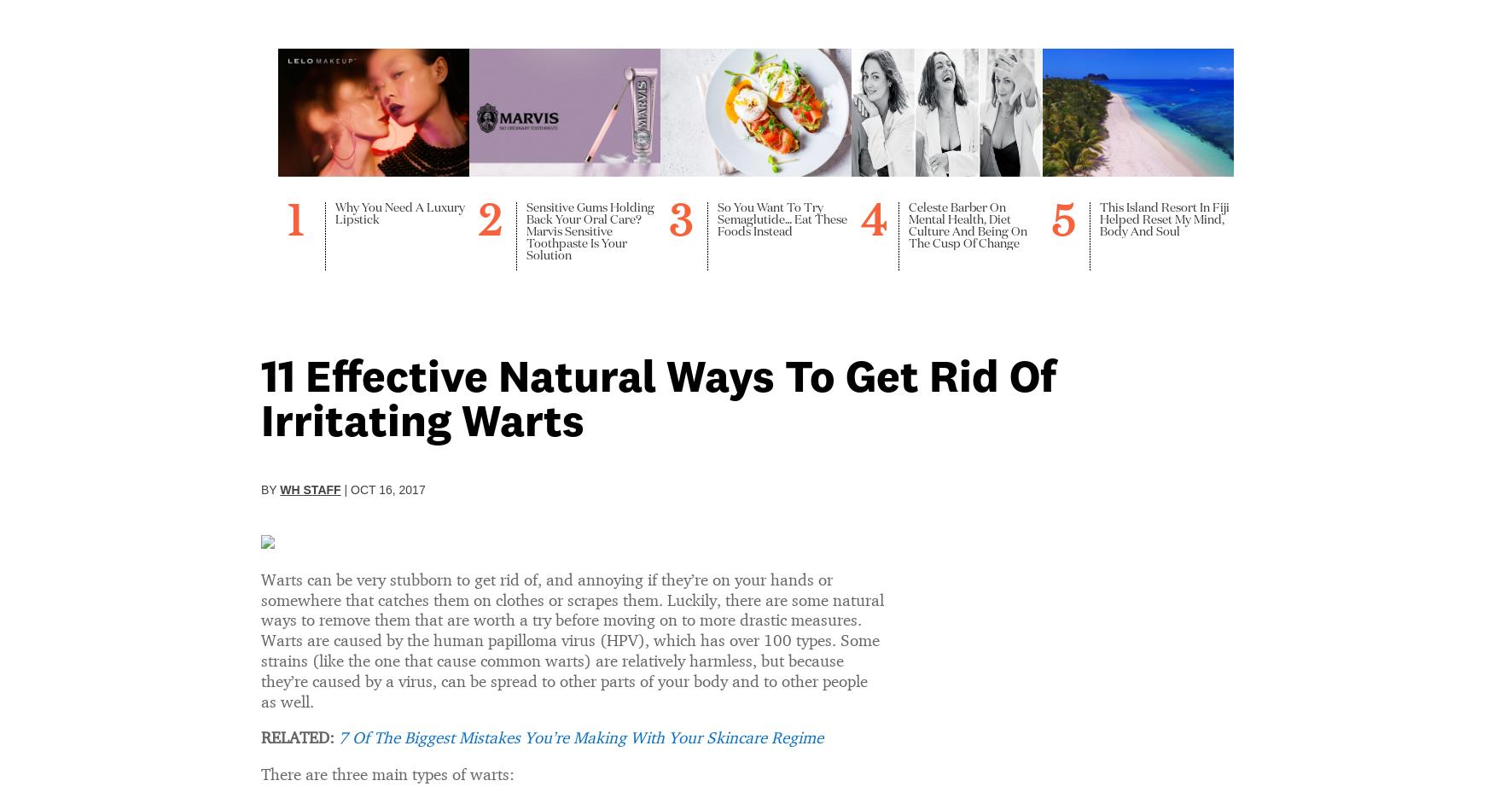  I want to click on '1', so click(288, 200).